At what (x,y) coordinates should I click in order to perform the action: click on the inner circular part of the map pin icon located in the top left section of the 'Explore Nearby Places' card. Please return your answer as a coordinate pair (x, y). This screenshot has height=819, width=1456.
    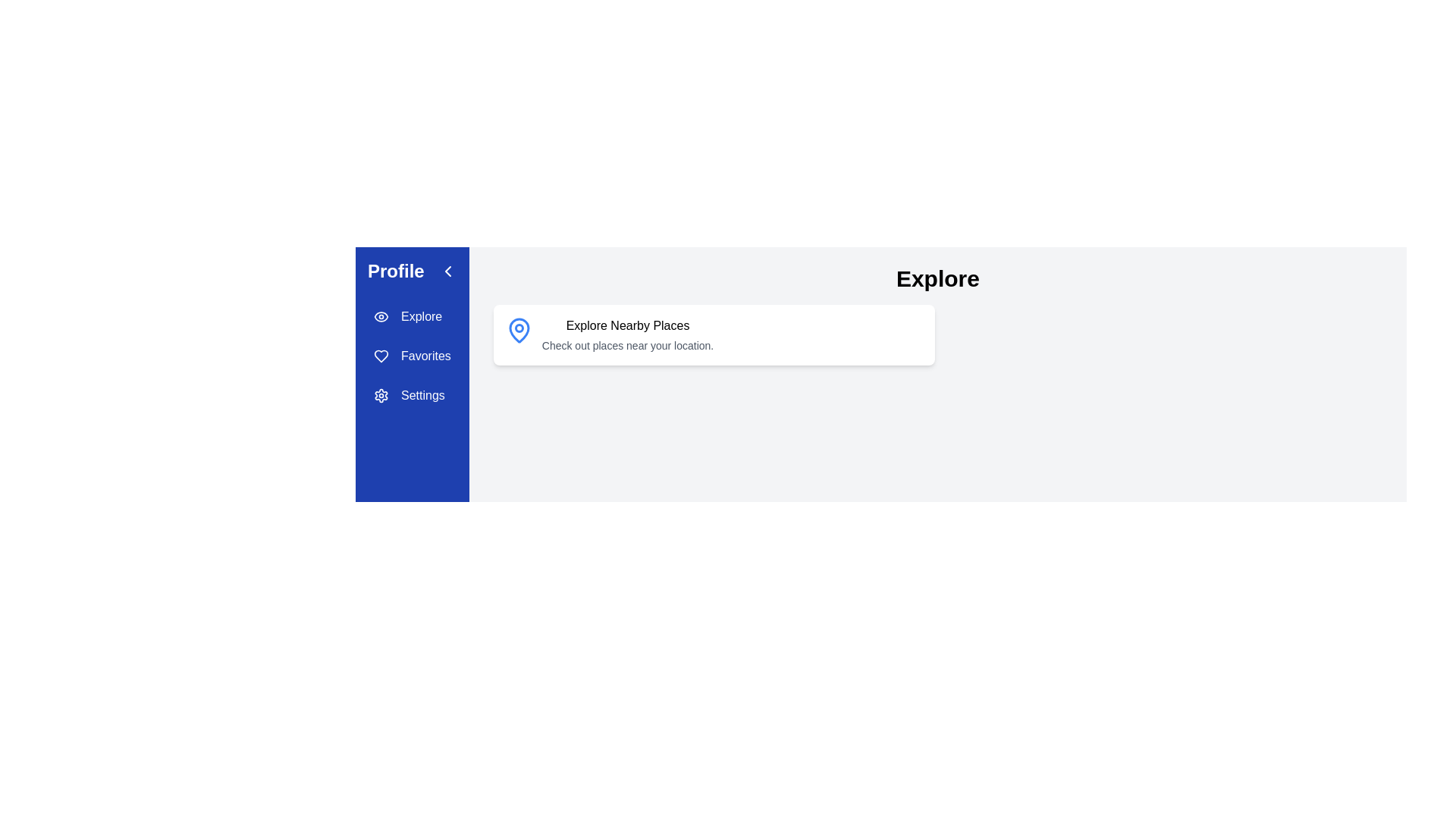
    Looking at the image, I should click on (519, 327).